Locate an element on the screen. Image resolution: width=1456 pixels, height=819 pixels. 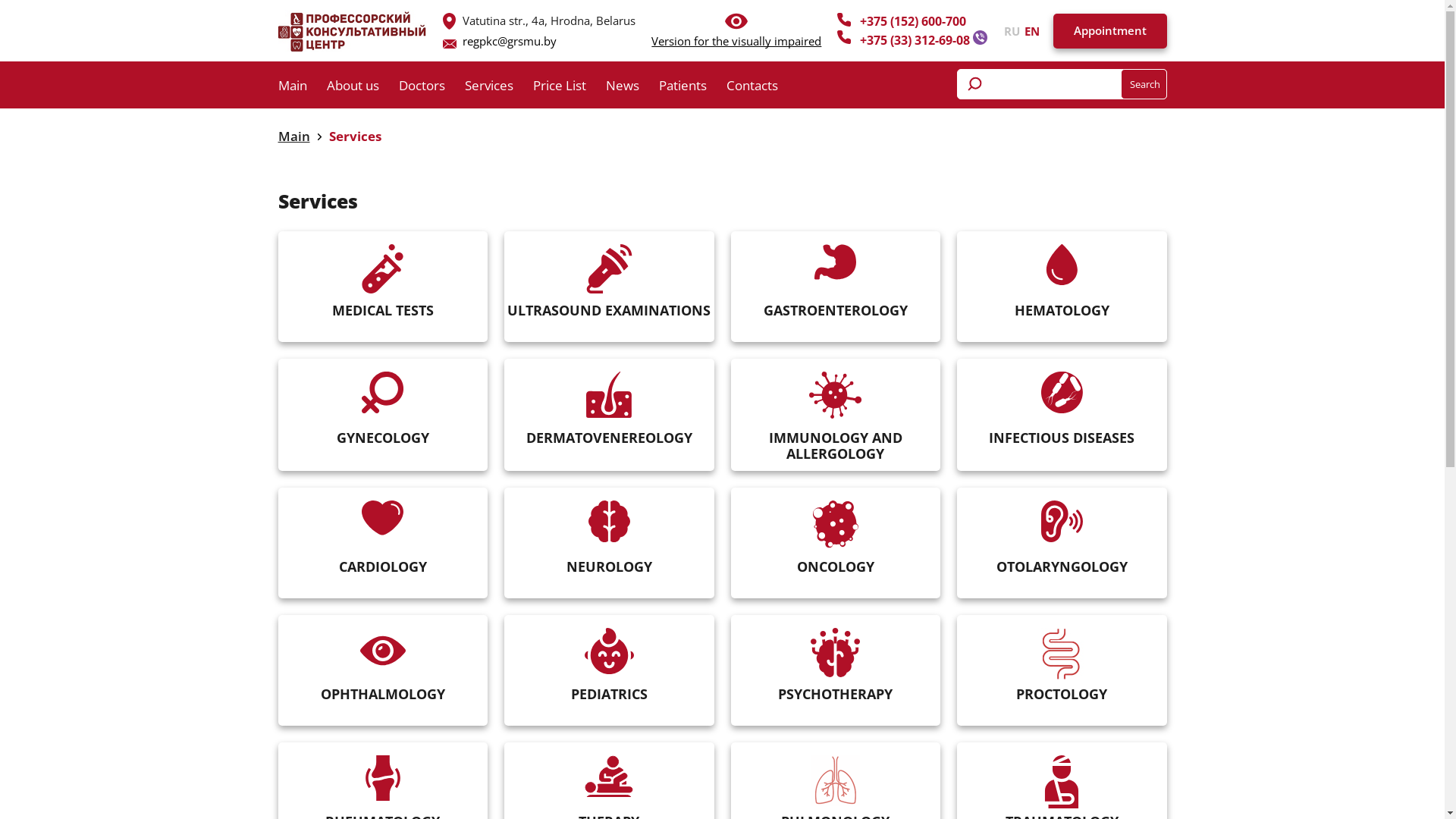
'+375 (152) 600-700' is located at coordinates (912, 20).